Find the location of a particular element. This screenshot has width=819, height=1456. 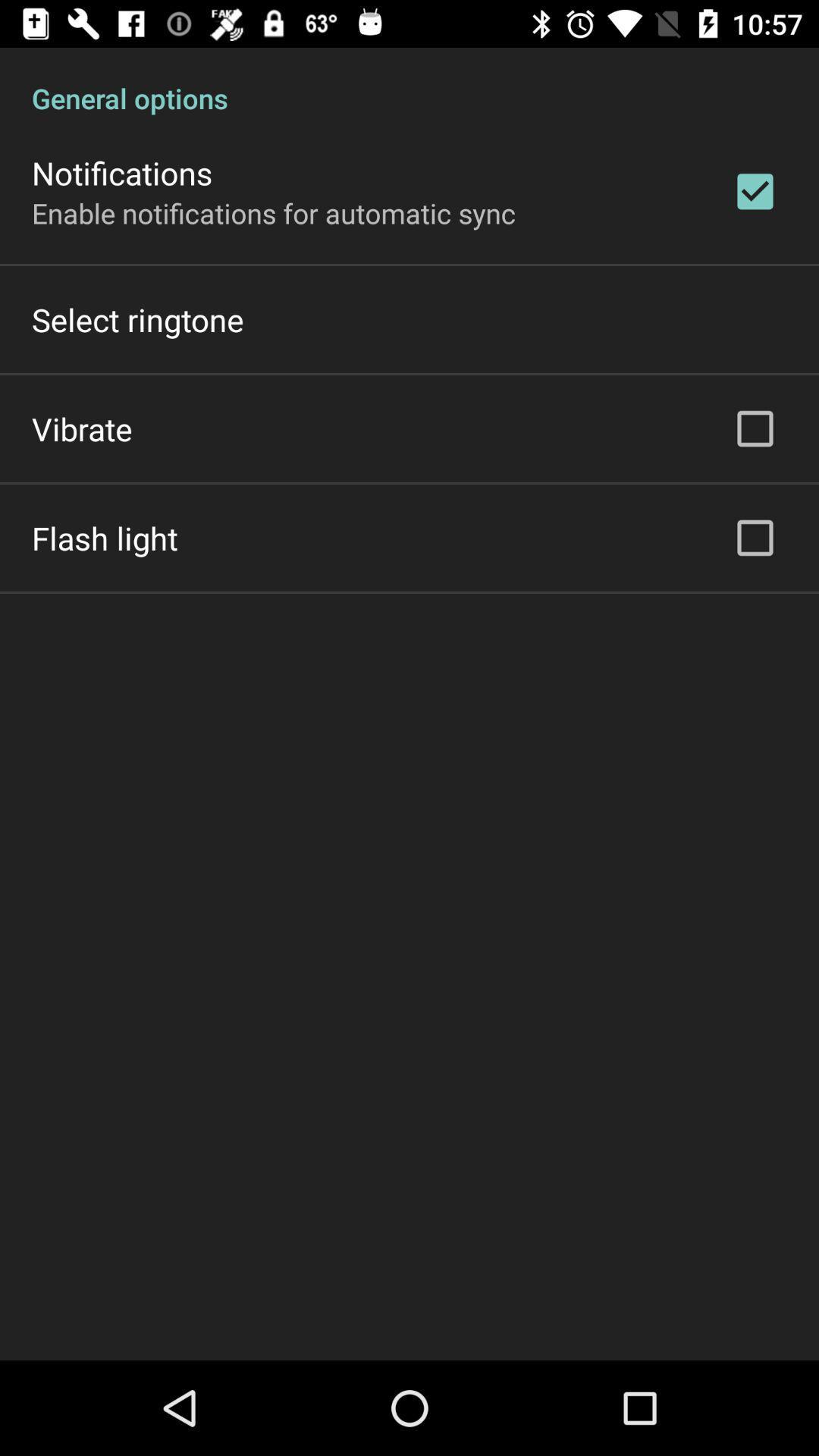

enable notifications for icon is located at coordinates (274, 212).